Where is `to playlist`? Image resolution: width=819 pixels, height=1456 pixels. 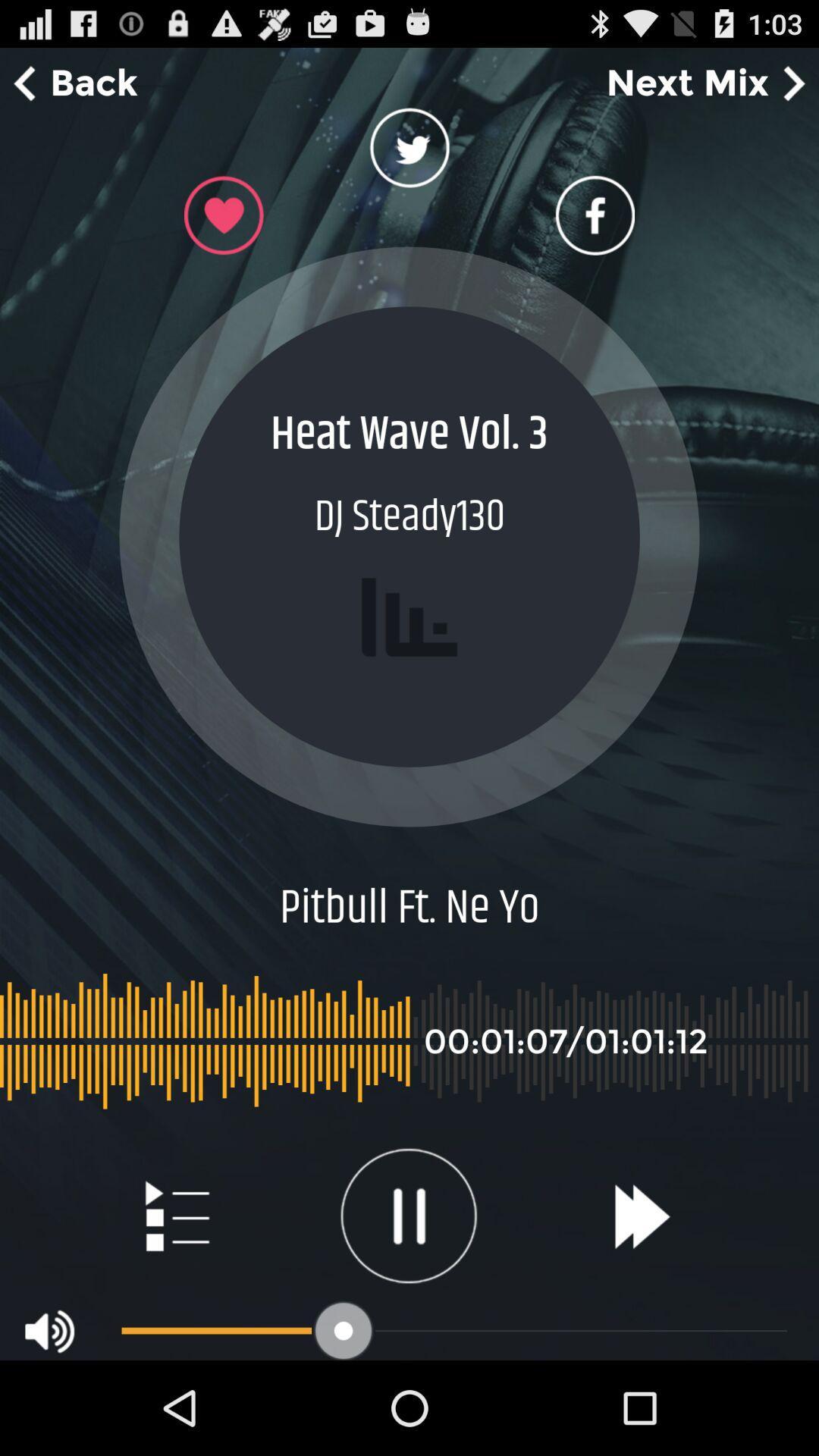 to playlist is located at coordinates (175, 1216).